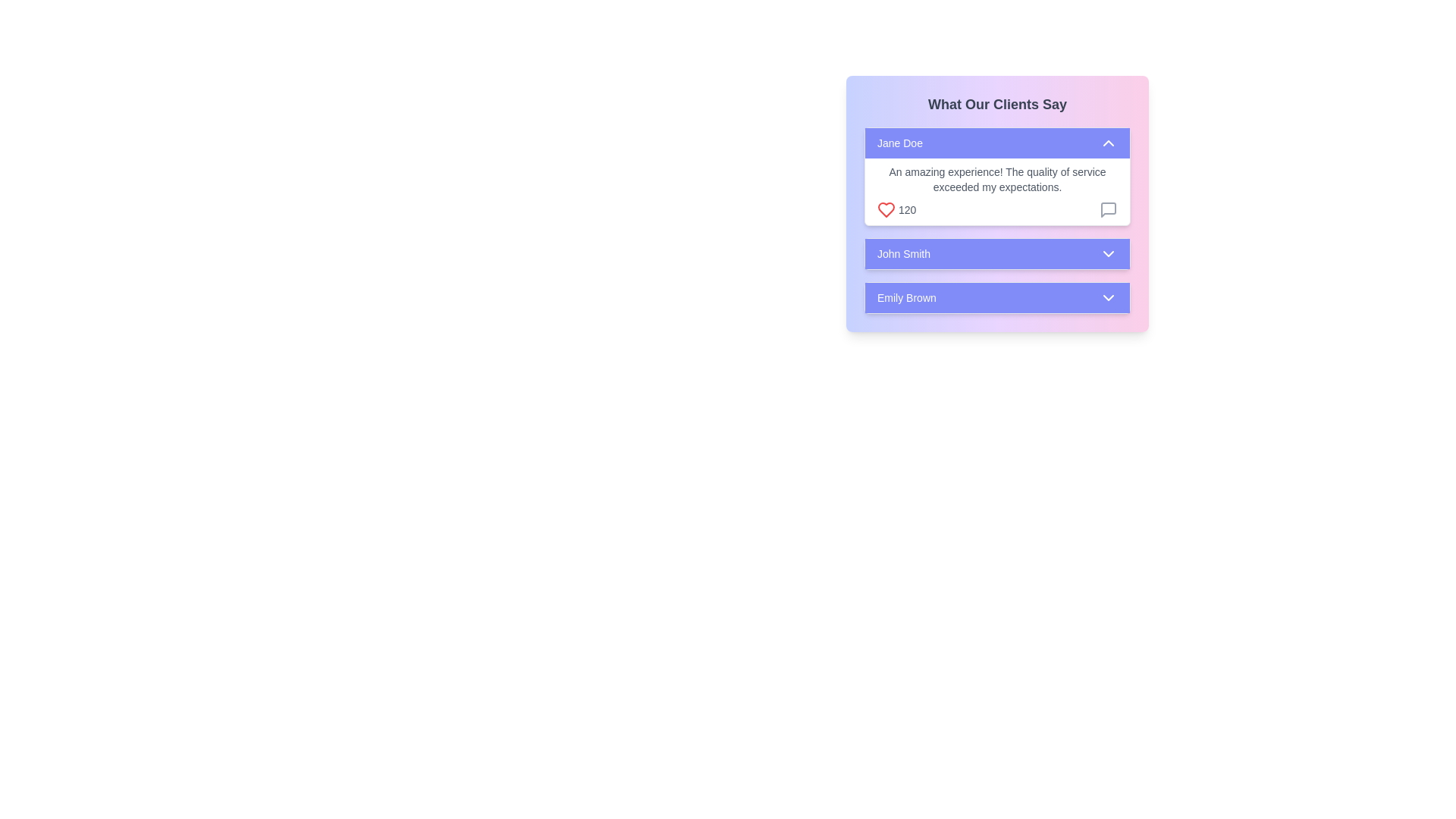  I want to click on the heart icon located, so click(886, 210).